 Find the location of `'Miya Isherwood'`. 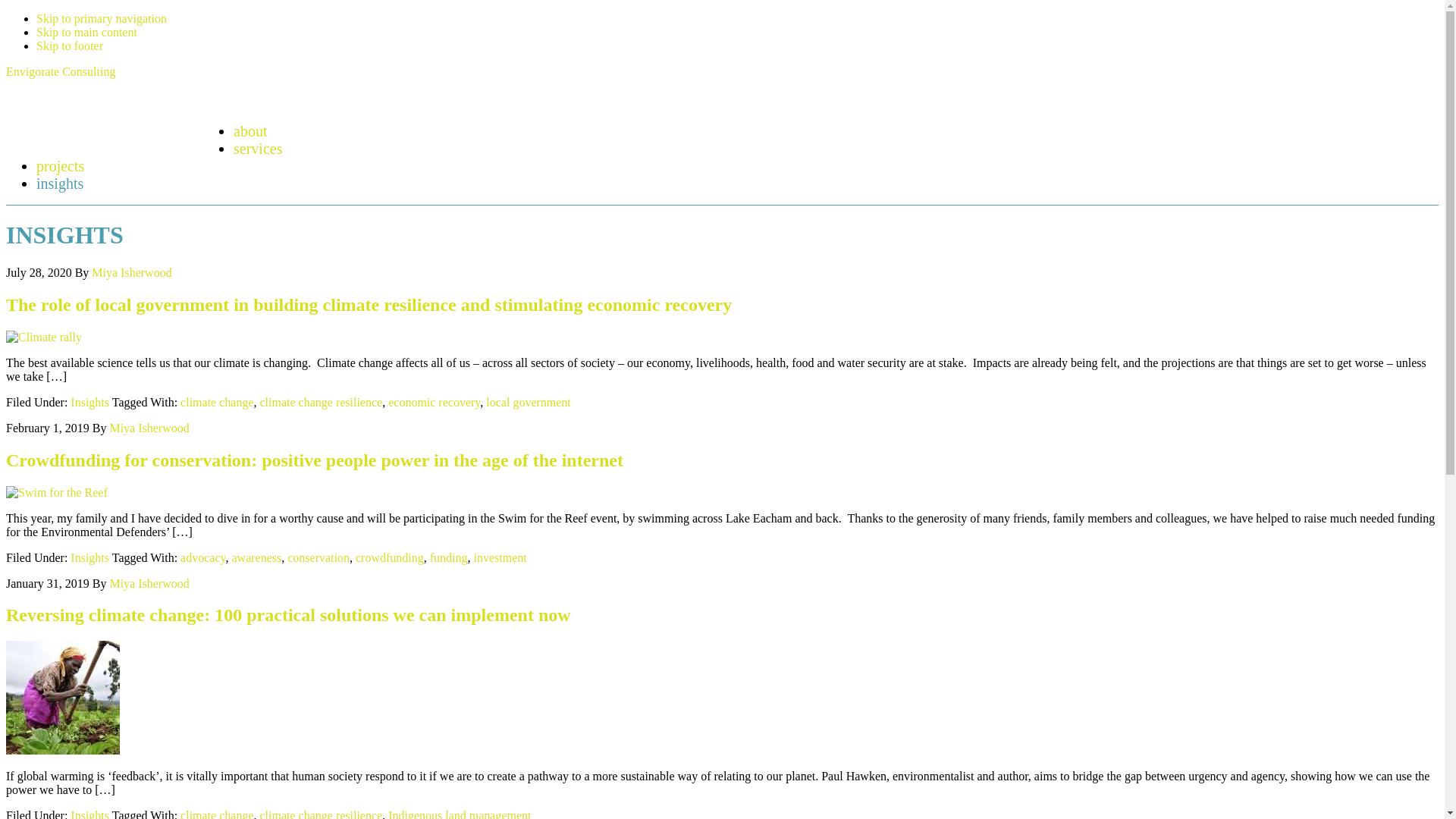

'Miya Isherwood' is located at coordinates (131, 271).